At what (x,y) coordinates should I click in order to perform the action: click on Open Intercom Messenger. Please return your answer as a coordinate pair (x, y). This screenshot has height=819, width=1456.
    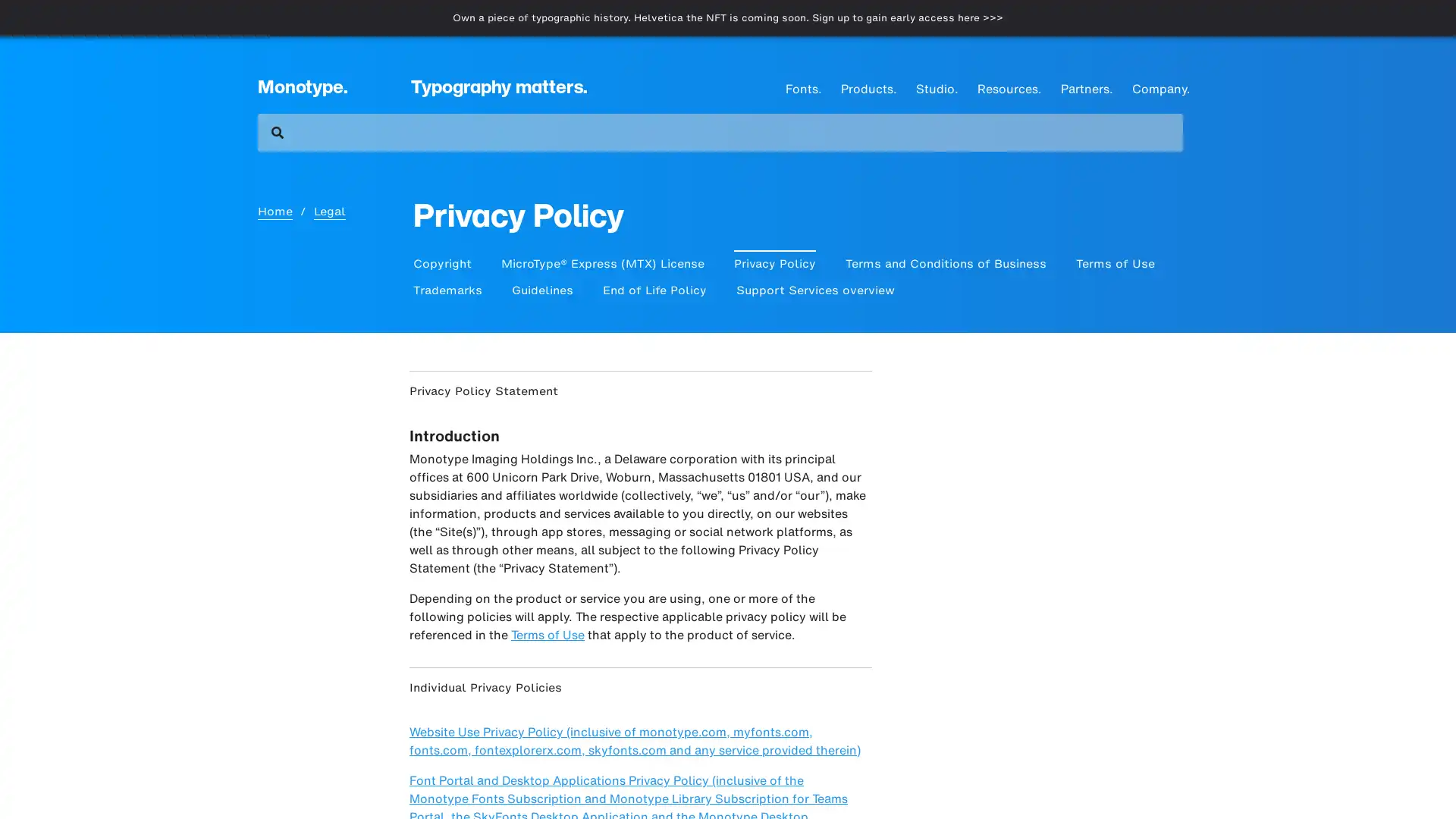
    Looking at the image, I should click on (1407, 772).